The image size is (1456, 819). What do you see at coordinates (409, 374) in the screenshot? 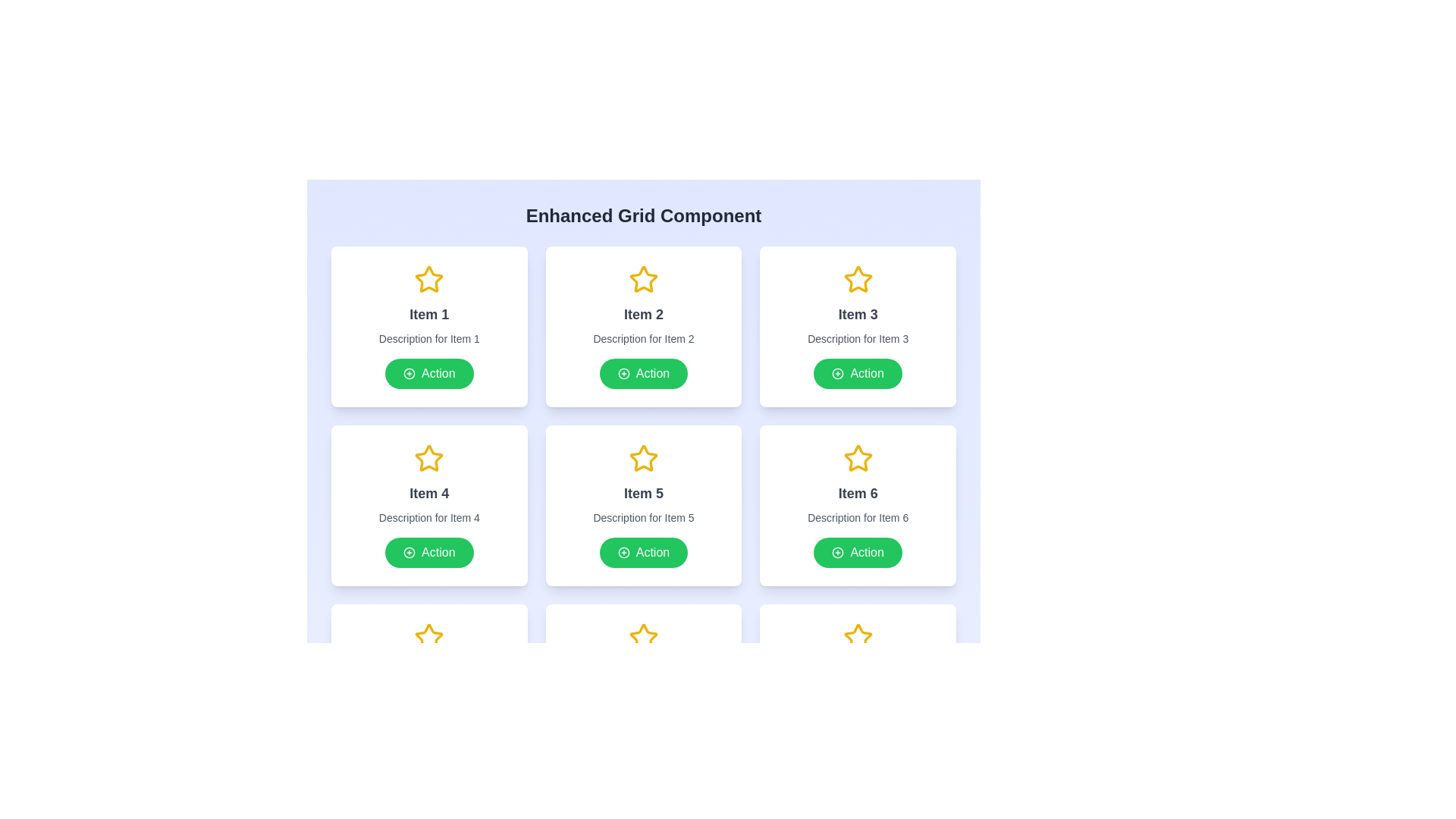
I see `the plus icon located in the middle section of the 'Action' button at the bottom of the 'Item 1' card` at bounding box center [409, 374].